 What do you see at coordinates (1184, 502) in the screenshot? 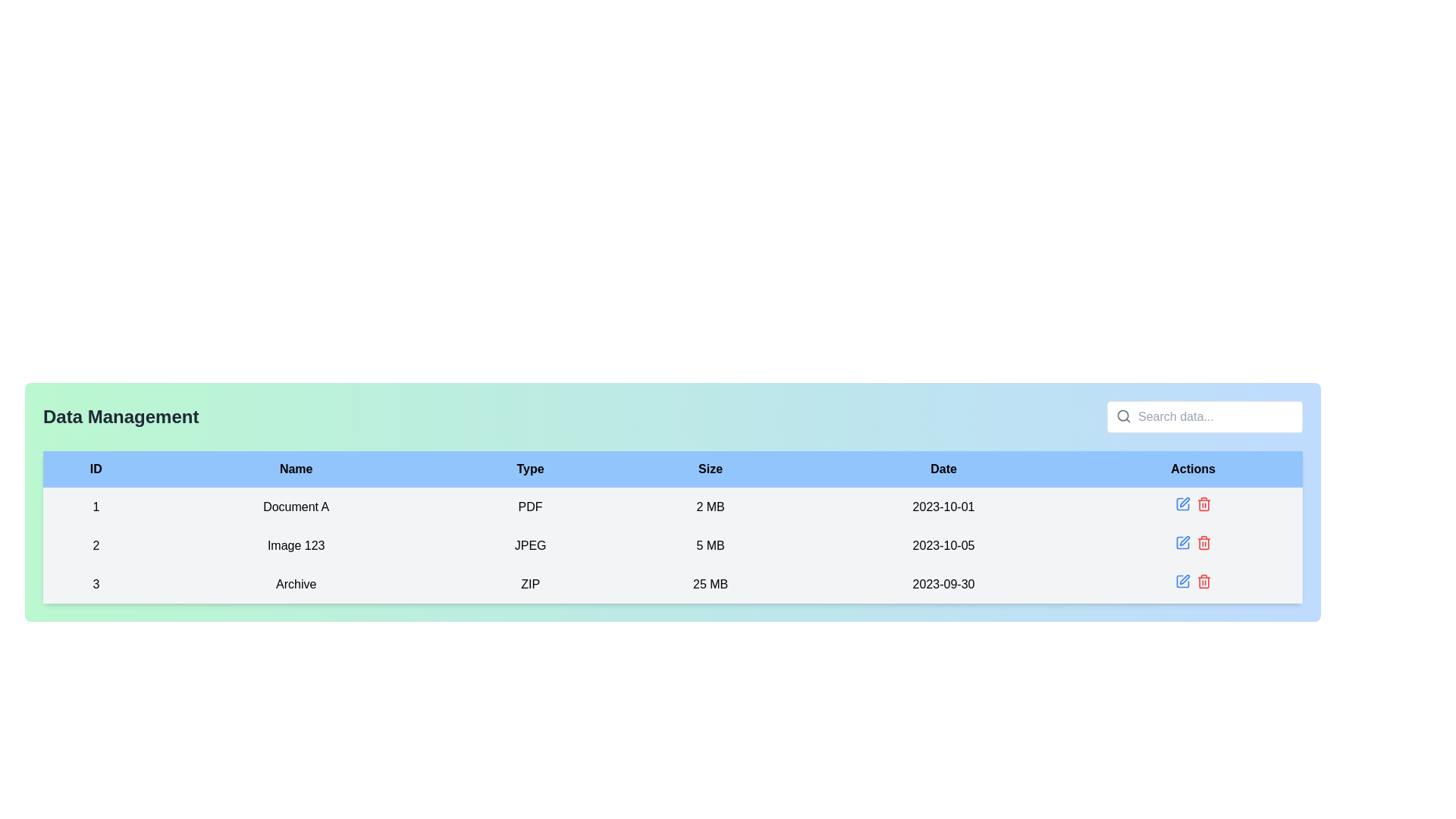
I see `the pen-like icon in the actions column of the third row of the data table` at bounding box center [1184, 502].